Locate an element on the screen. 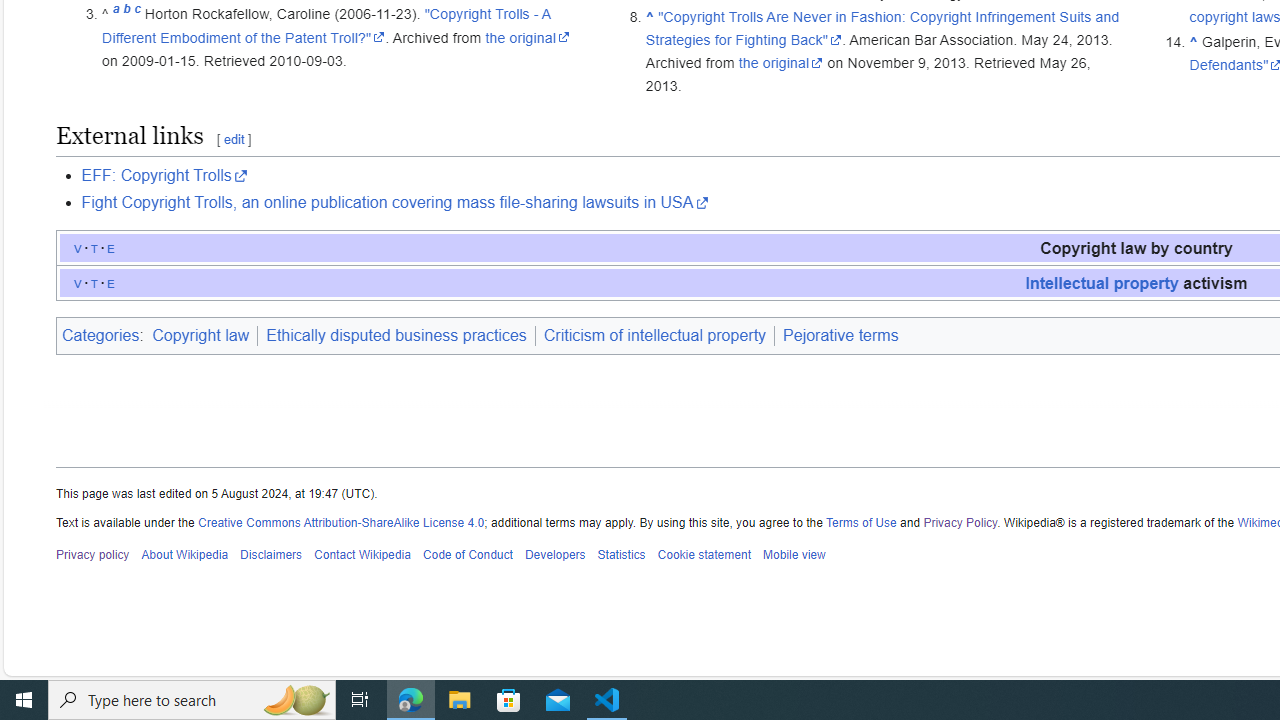  'About Wikipedia' is located at coordinates (184, 555).